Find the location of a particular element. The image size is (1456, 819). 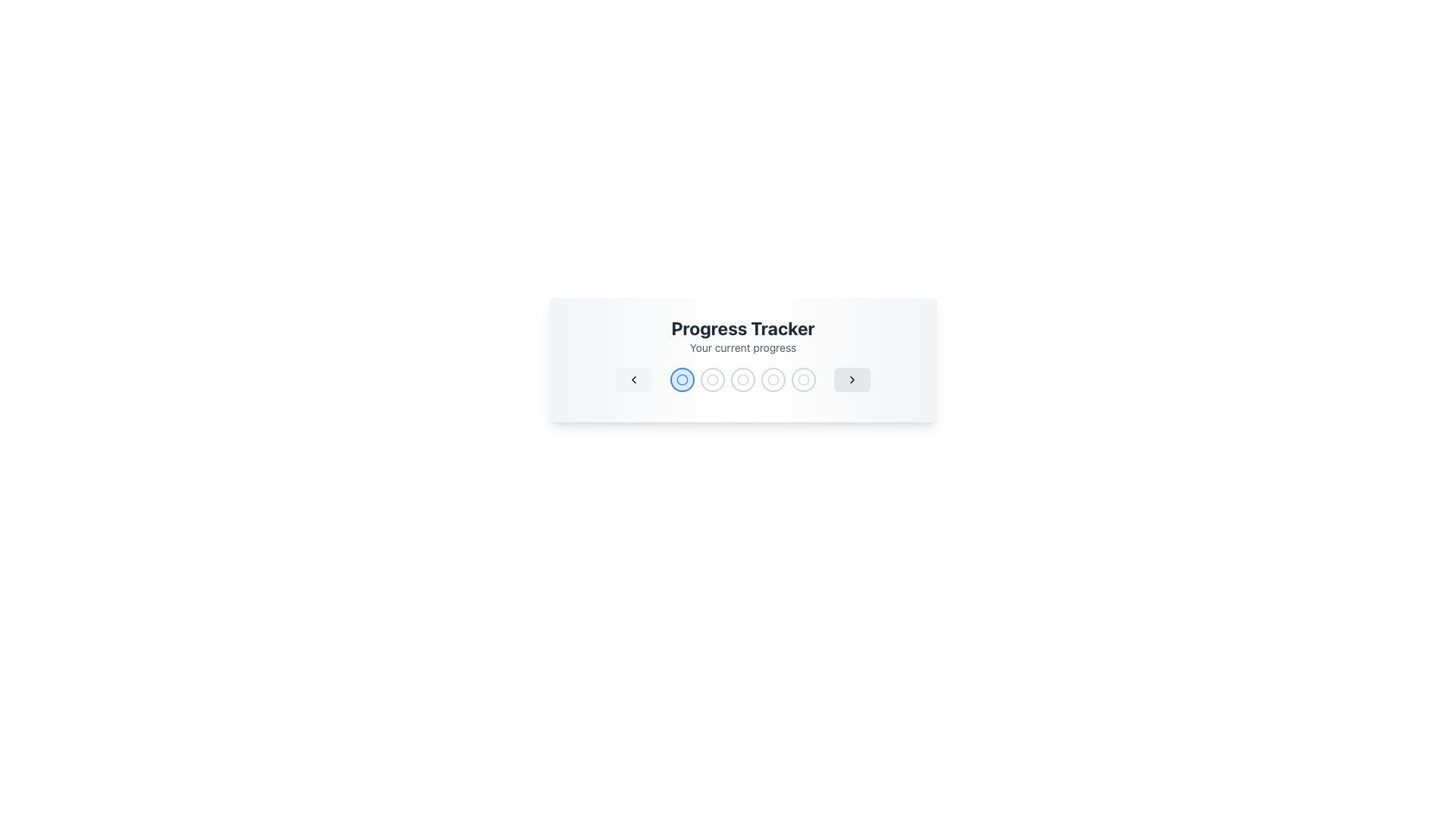

the third circular icon in a horizontally arranged set of six progress indicator icons is located at coordinates (742, 379).